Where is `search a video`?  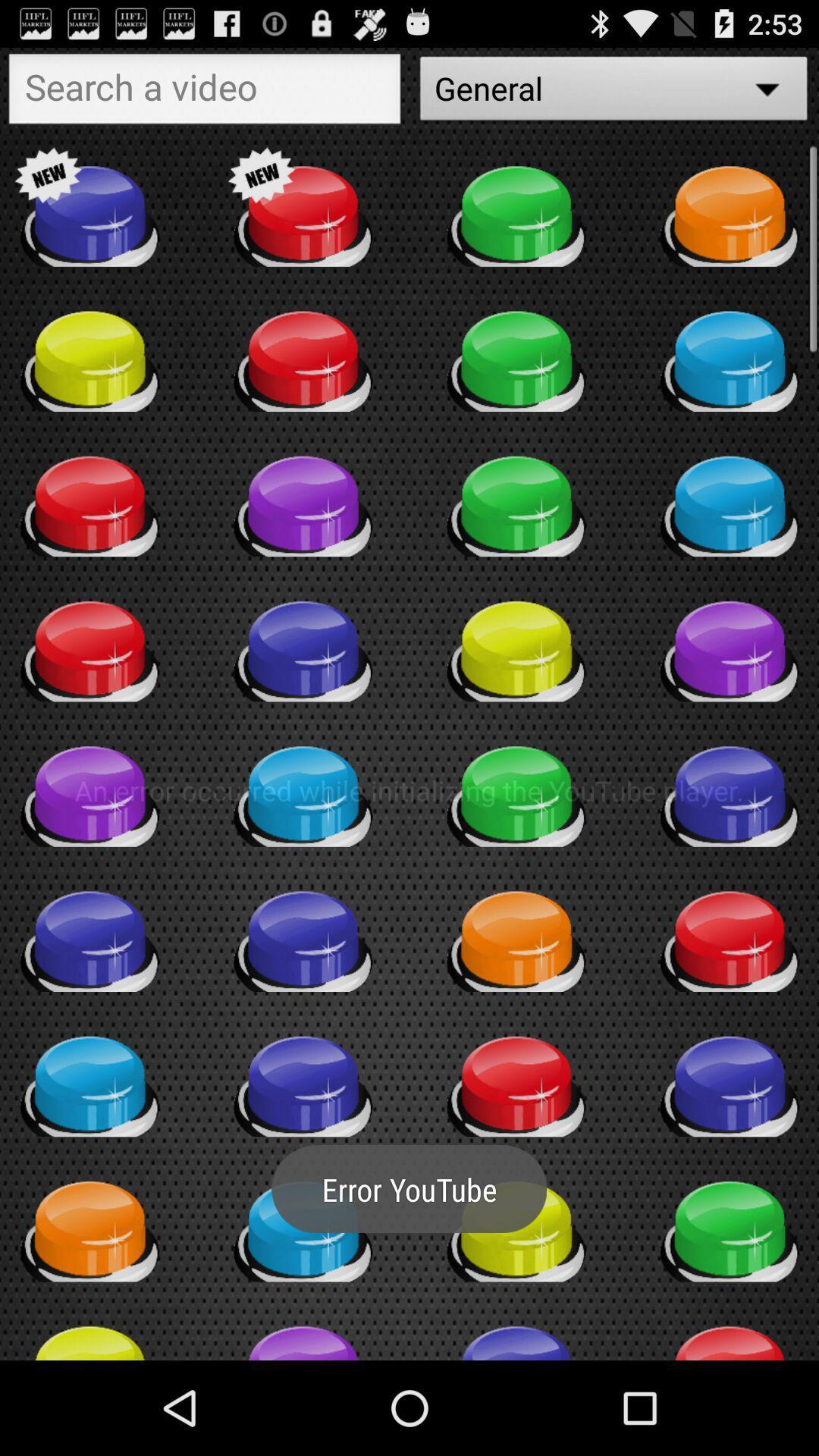
search a video is located at coordinates (205, 92).